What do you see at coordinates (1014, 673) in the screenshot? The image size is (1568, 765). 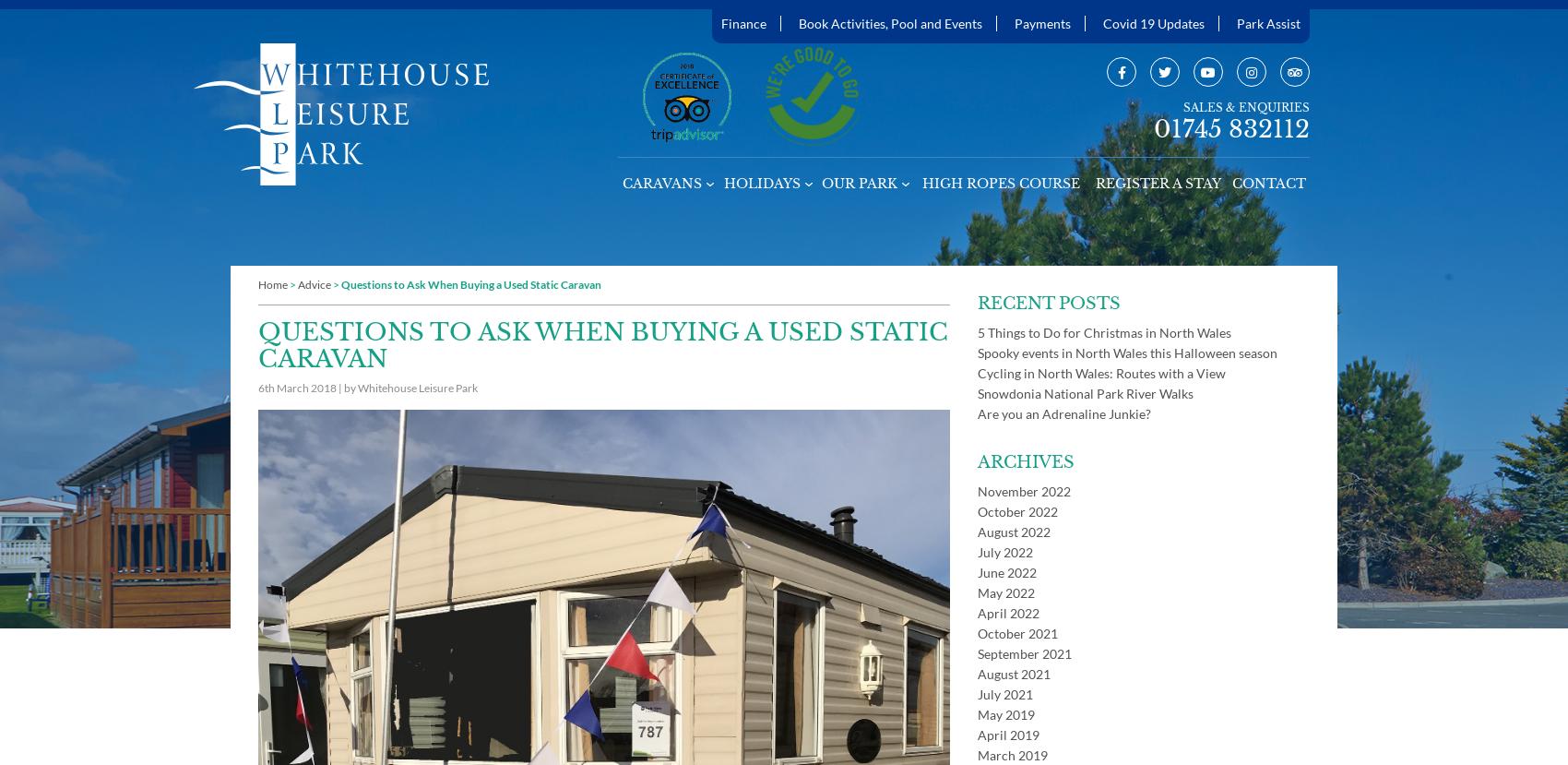 I see `'August 2021'` at bounding box center [1014, 673].